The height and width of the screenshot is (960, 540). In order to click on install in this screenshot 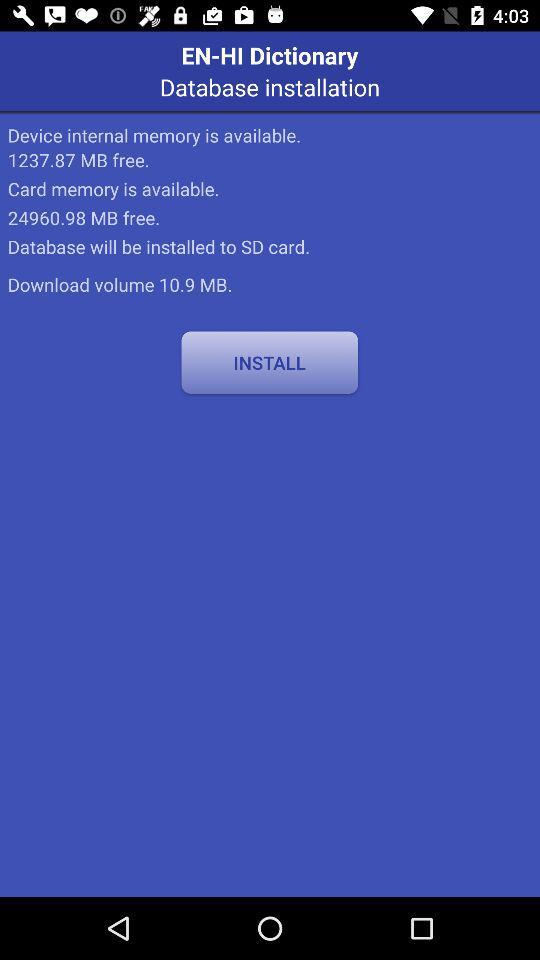, I will do `click(269, 361)`.